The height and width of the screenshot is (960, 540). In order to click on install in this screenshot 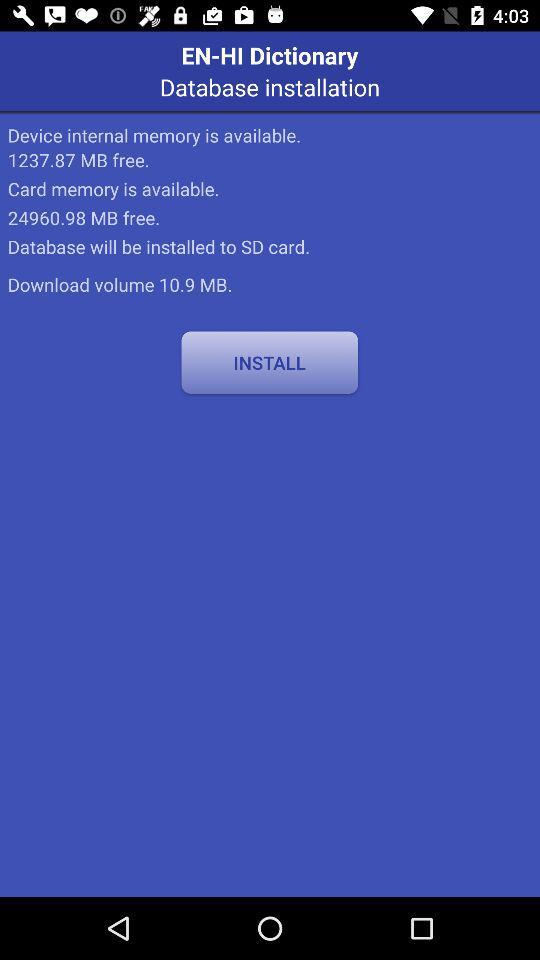, I will do `click(269, 361)`.